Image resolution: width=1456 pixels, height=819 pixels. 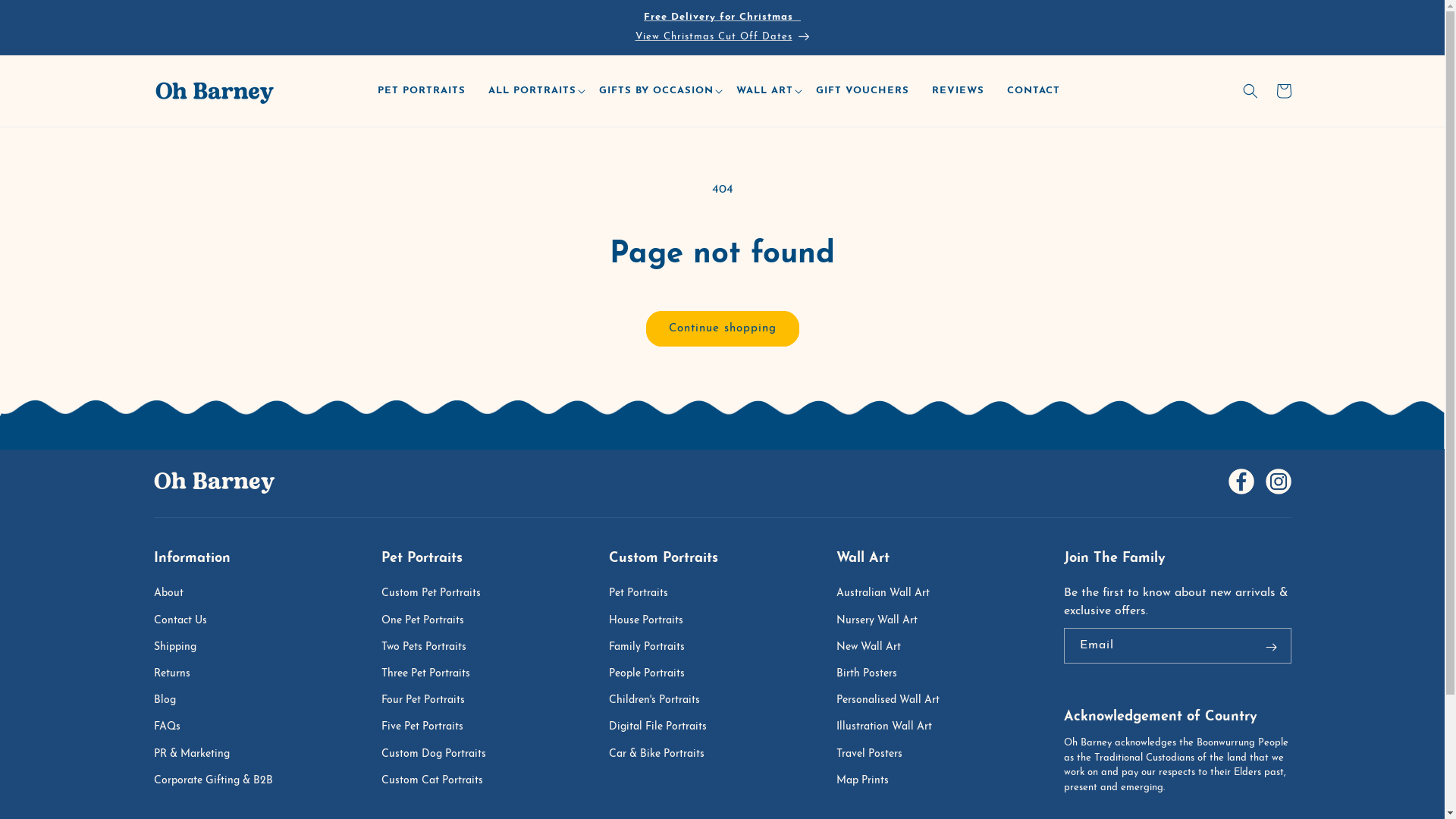 What do you see at coordinates (437, 595) in the screenshot?
I see `'Custom Pet Portraits'` at bounding box center [437, 595].